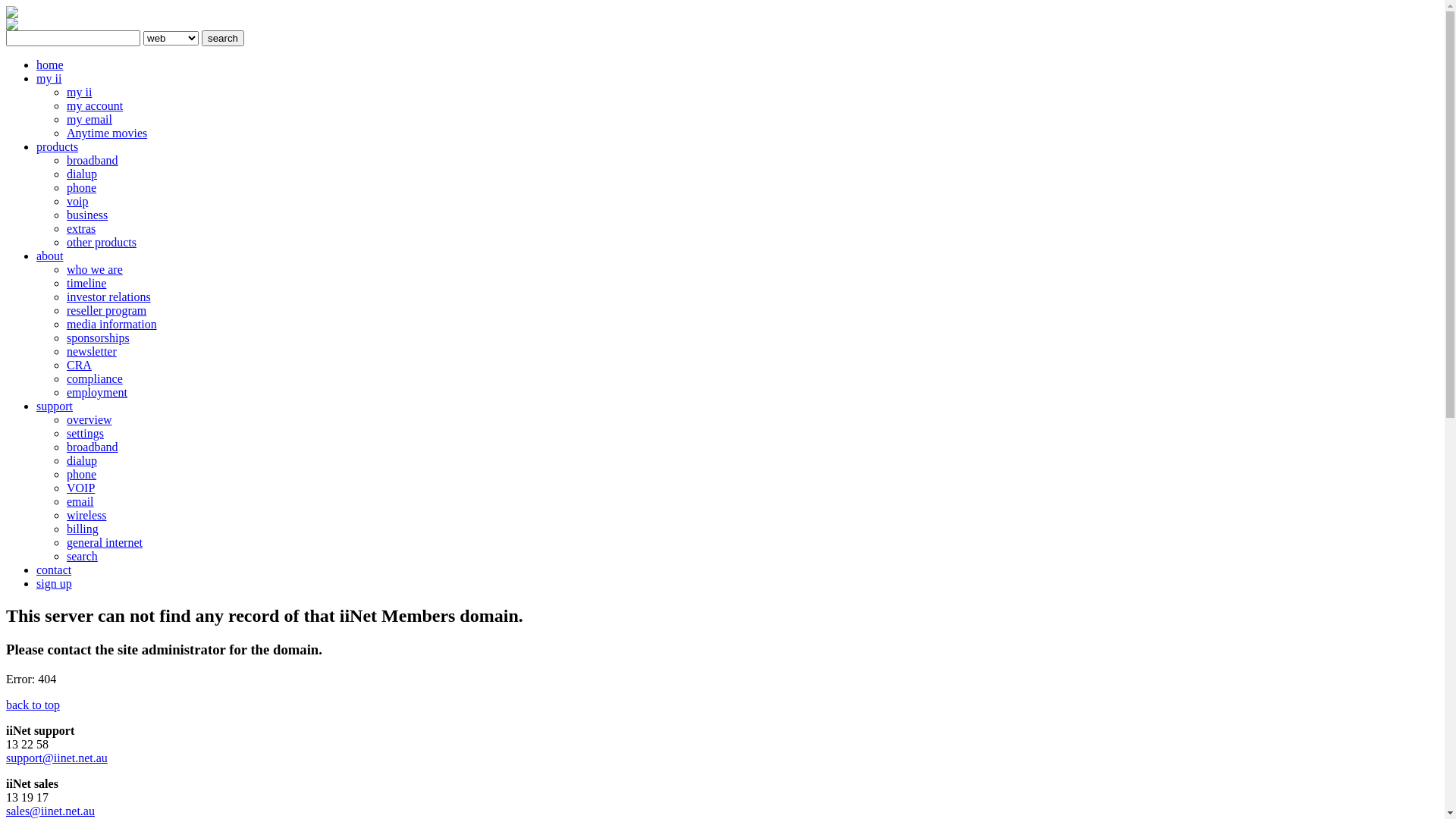  I want to click on 'my email', so click(65, 118).